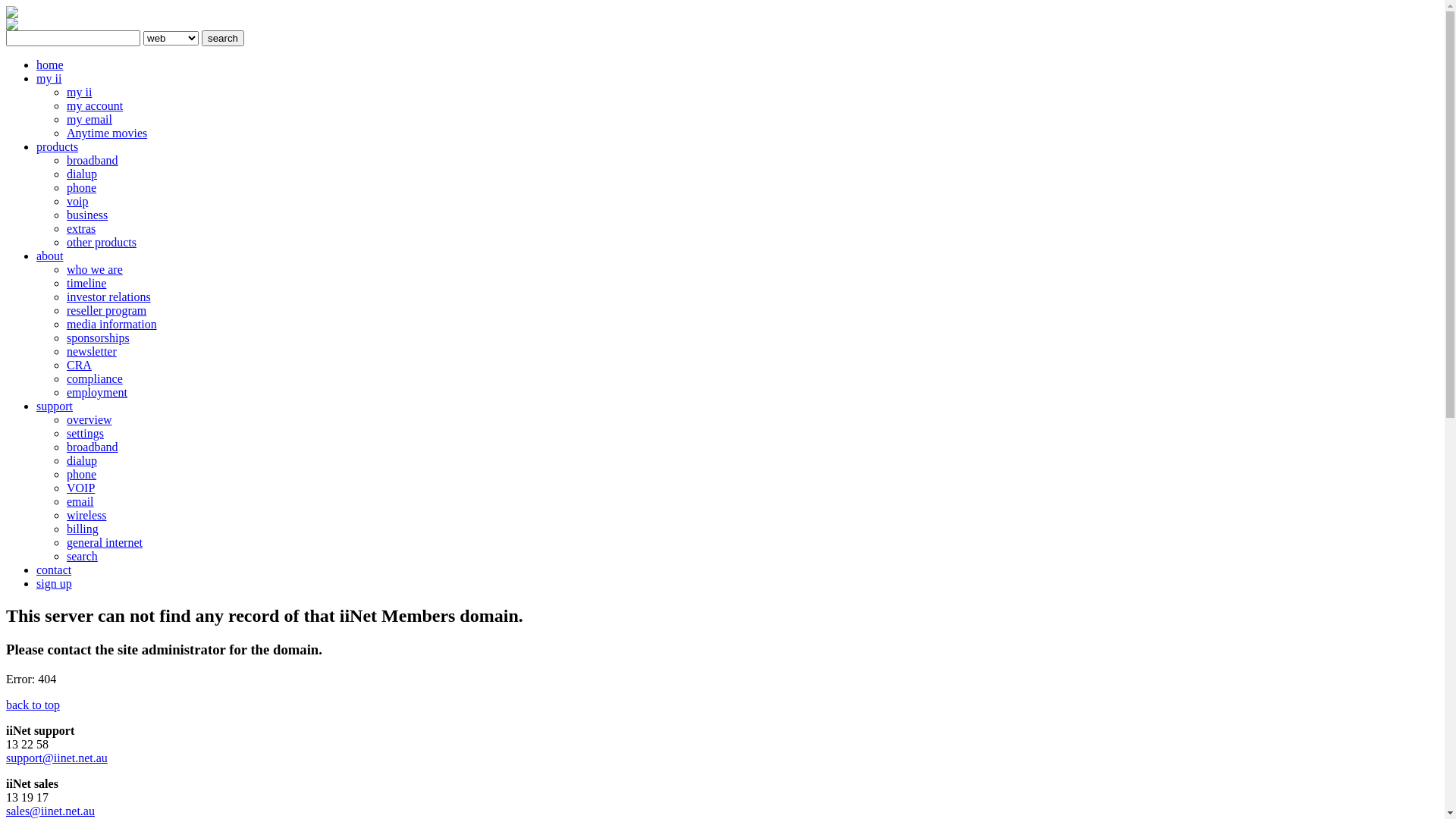  I want to click on 'my email', so click(65, 118).